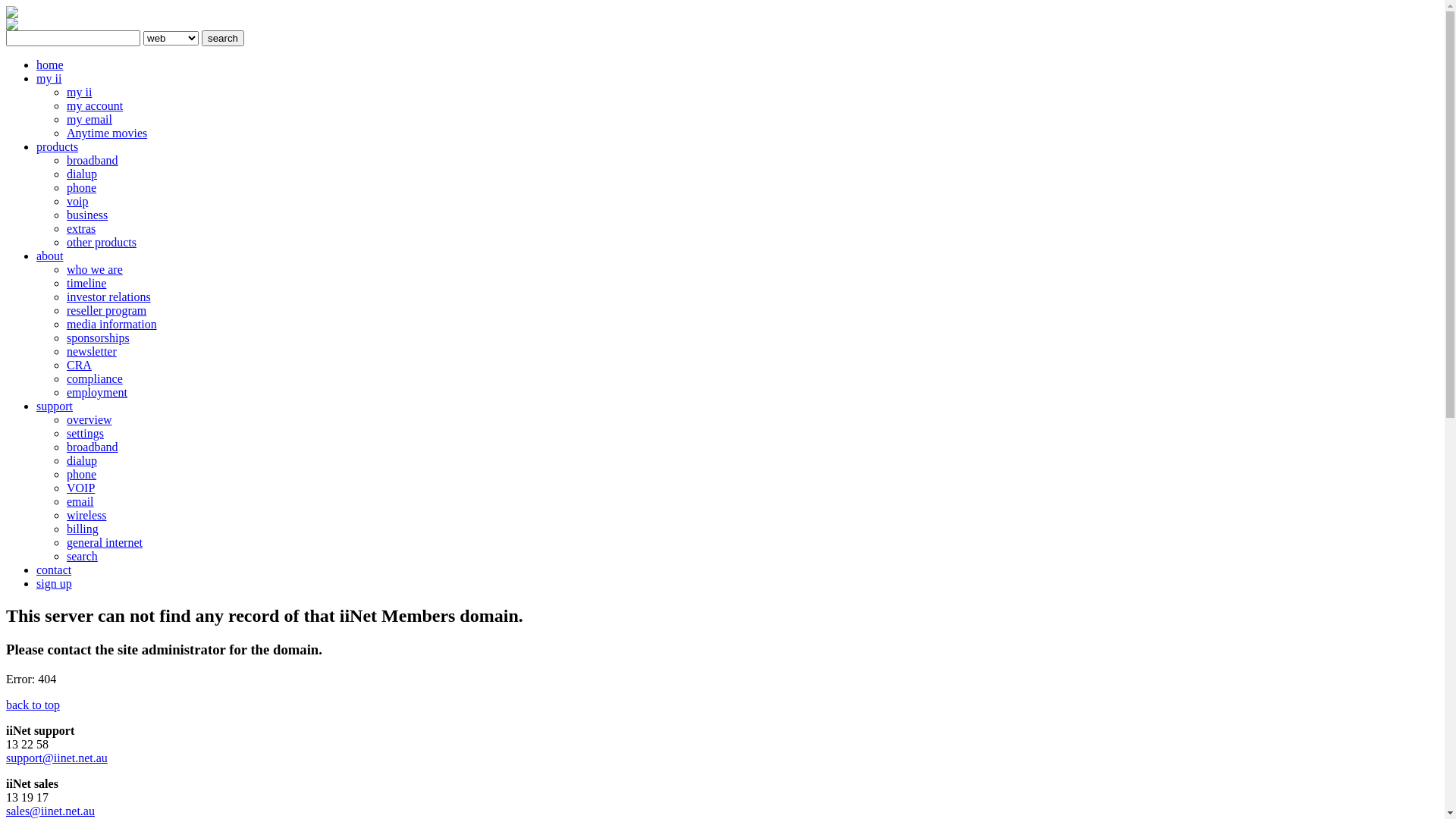  I want to click on 'my email', so click(65, 118).